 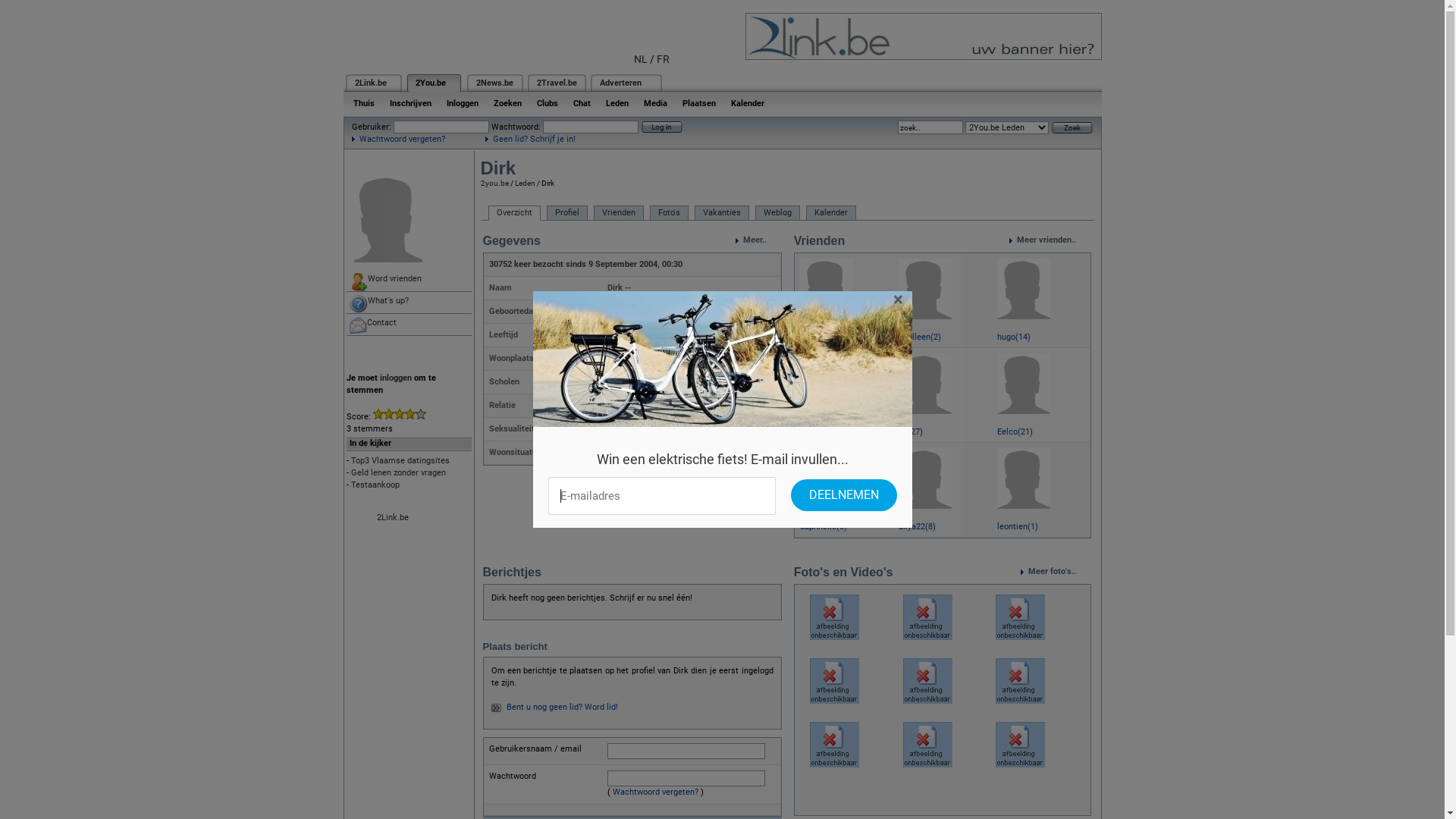 What do you see at coordinates (364, 102) in the screenshot?
I see `'Thuis'` at bounding box center [364, 102].